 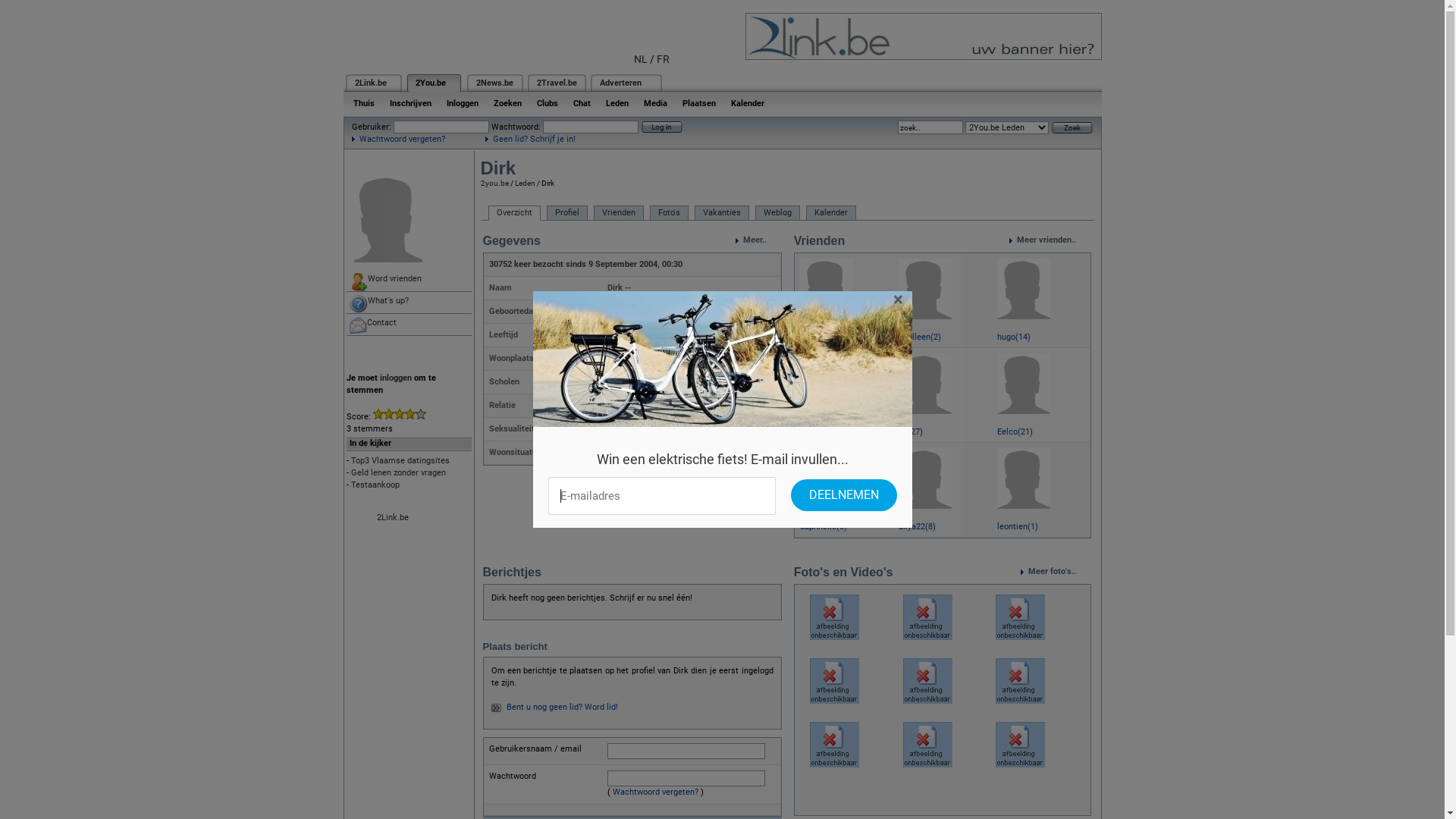 What do you see at coordinates (364, 102) in the screenshot?
I see `'Thuis'` at bounding box center [364, 102].